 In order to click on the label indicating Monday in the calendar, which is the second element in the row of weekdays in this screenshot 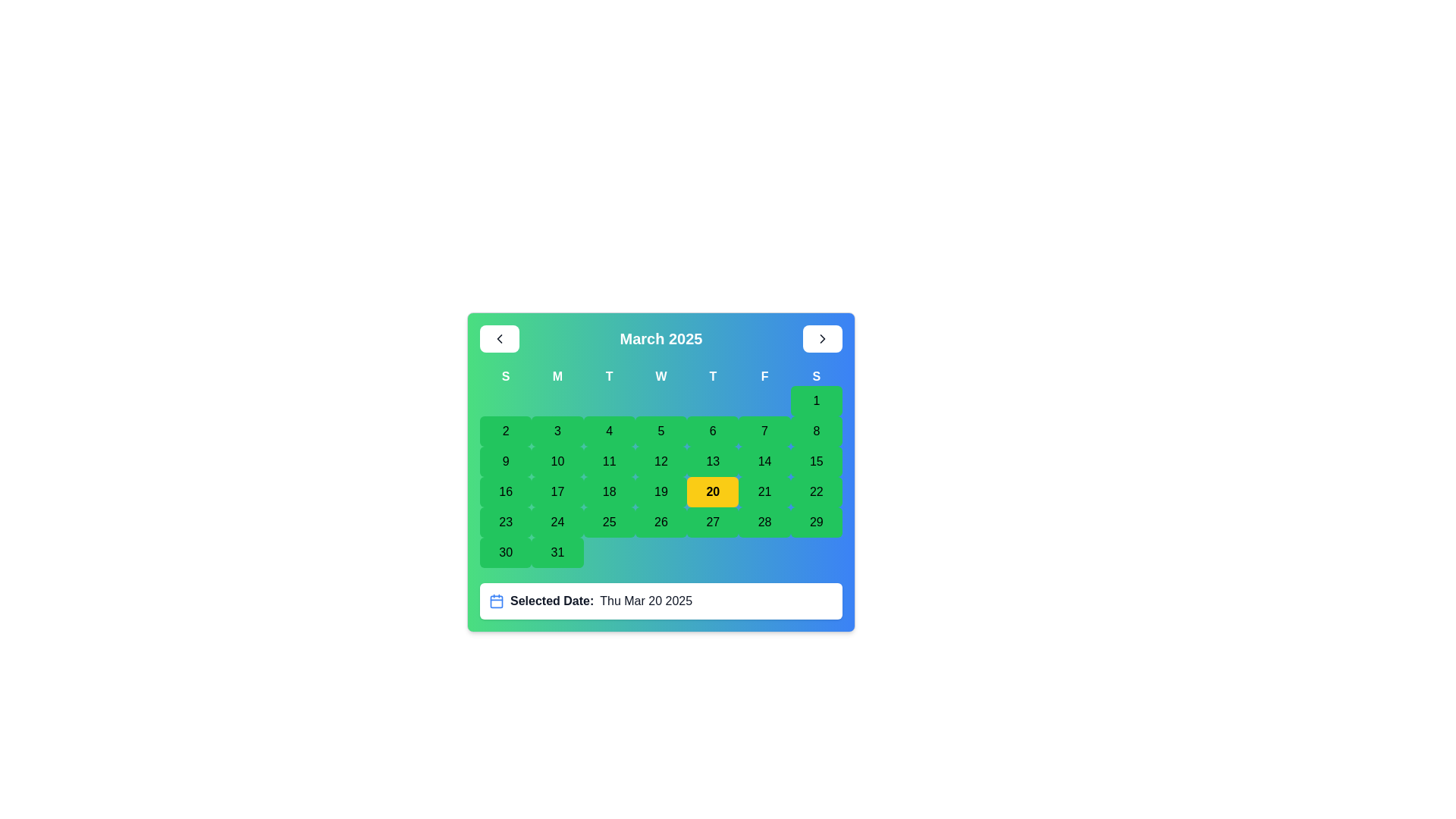, I will do `click(557, 376)`.